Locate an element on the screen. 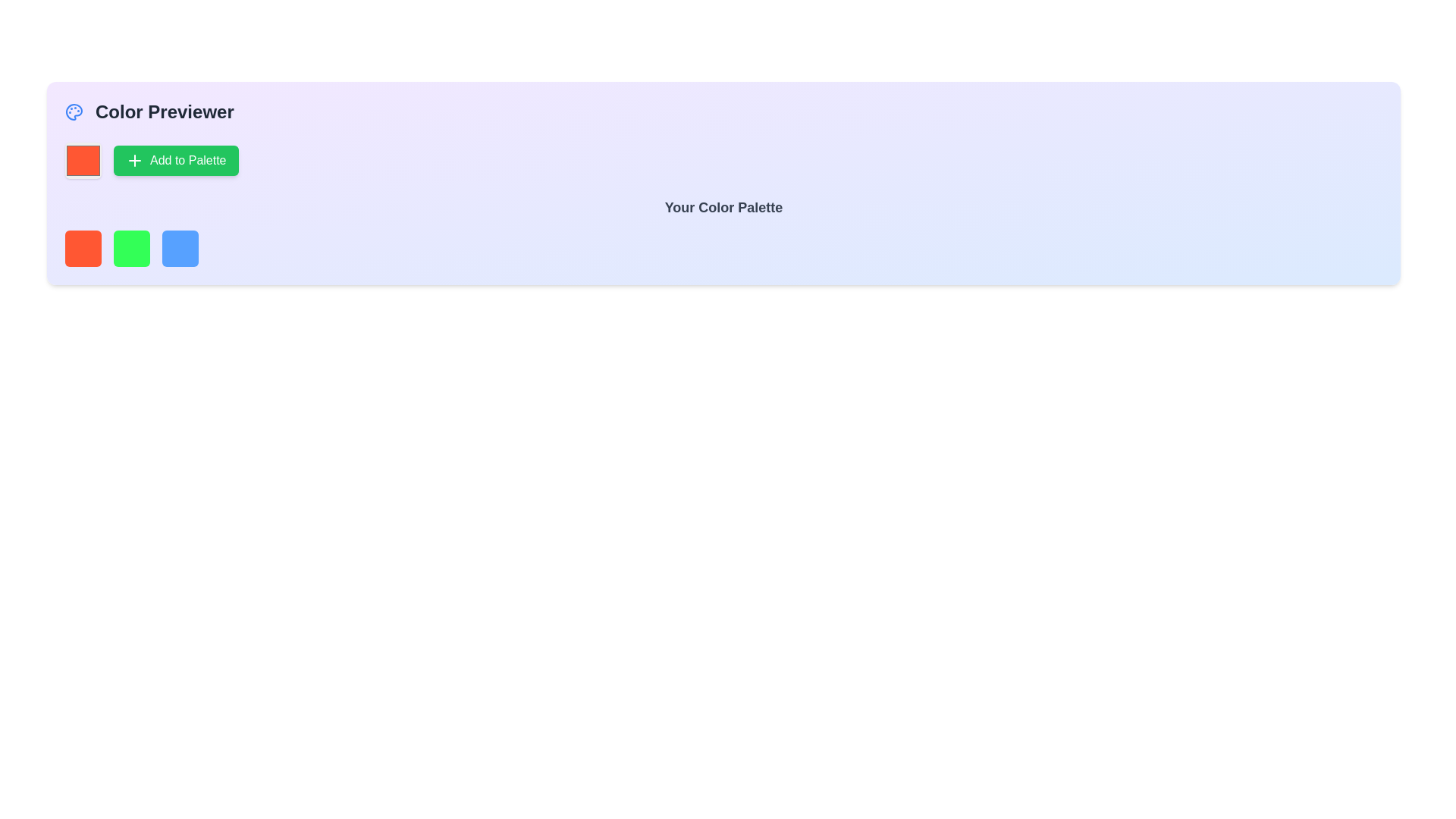 The height and width of the screenshot is (819, 1456). the third color display box located below the 'Add to Palette' button to interact with it is located at coordinates (180, 247).